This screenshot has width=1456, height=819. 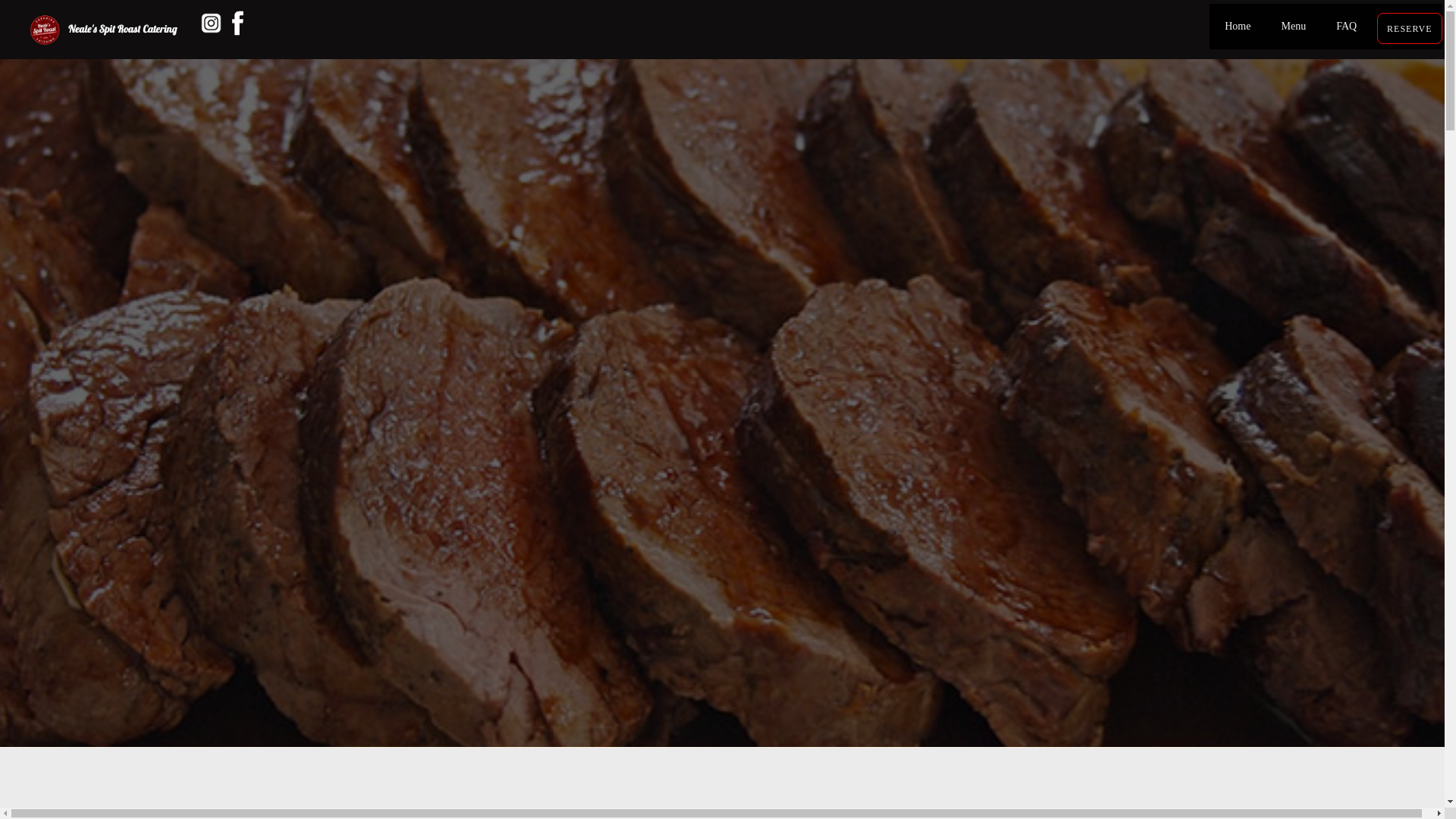 What do you see at coordinates (1346, 26) in the screenshot?
I see `'FAQ'` at bounding box center [1346, 26].